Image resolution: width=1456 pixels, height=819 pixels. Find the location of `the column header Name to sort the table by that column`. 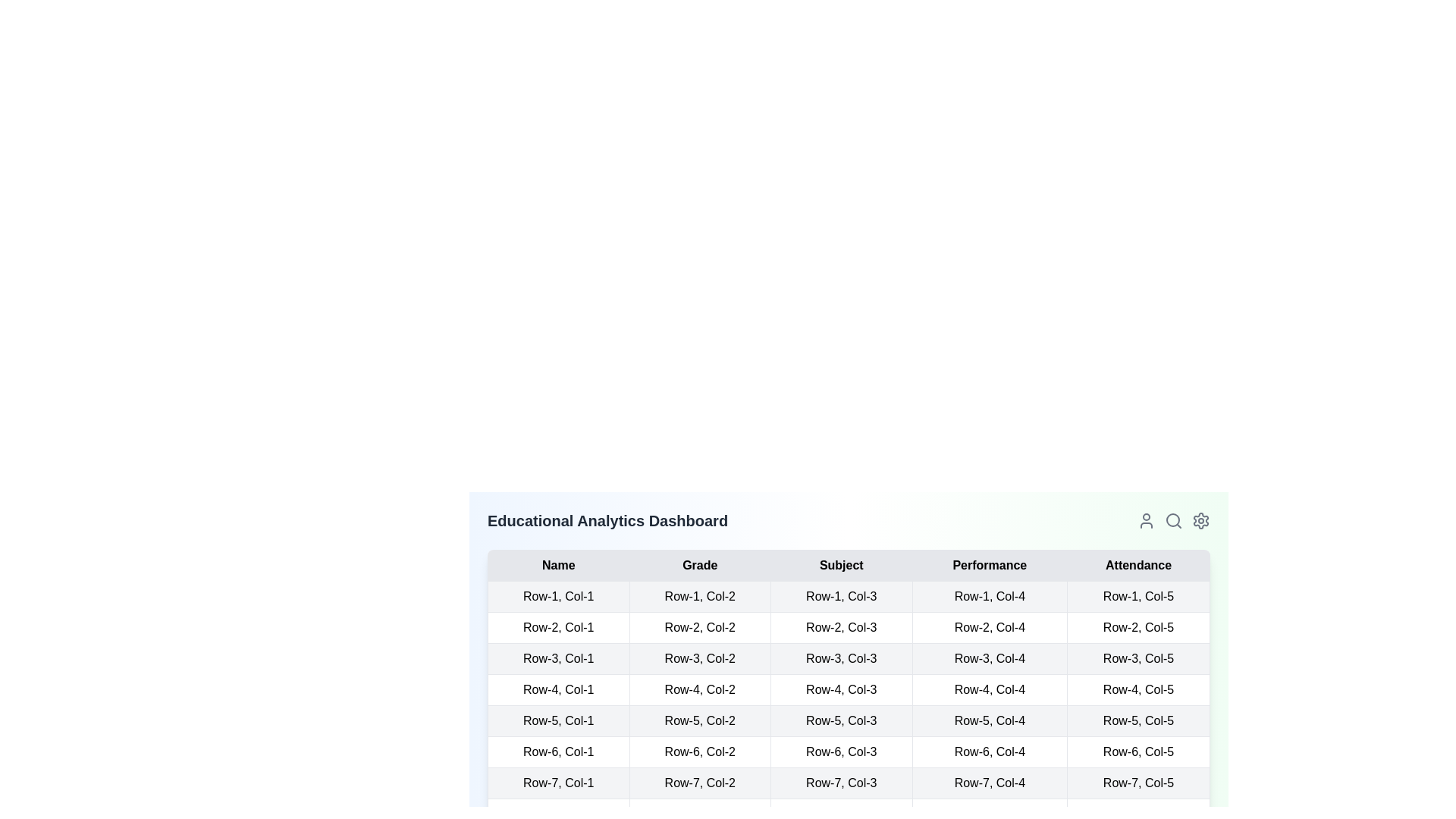

the column header Name to sort the table by that column is located at coordinates (557, 565).